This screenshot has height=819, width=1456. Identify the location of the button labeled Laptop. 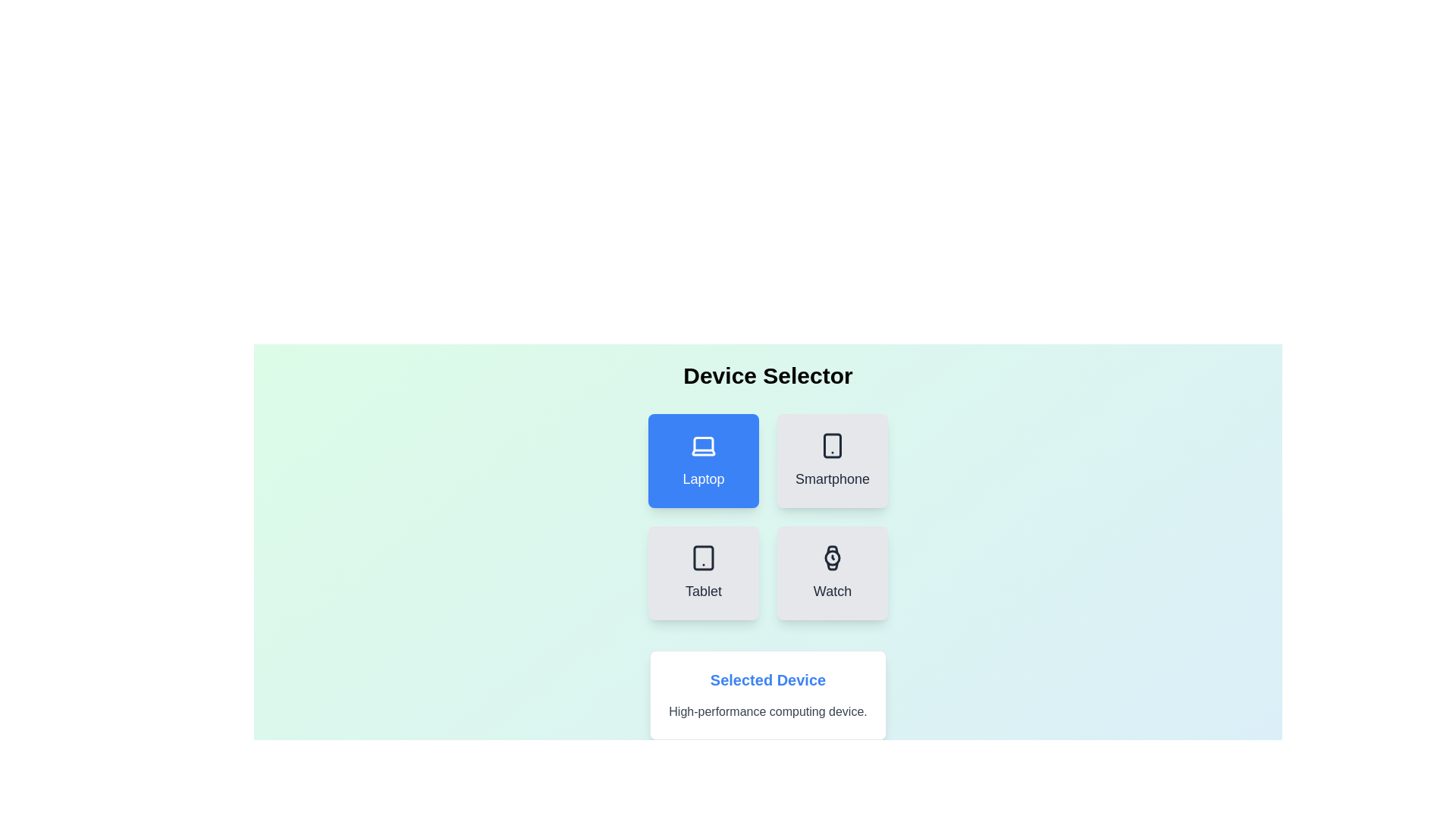
(702, 460).